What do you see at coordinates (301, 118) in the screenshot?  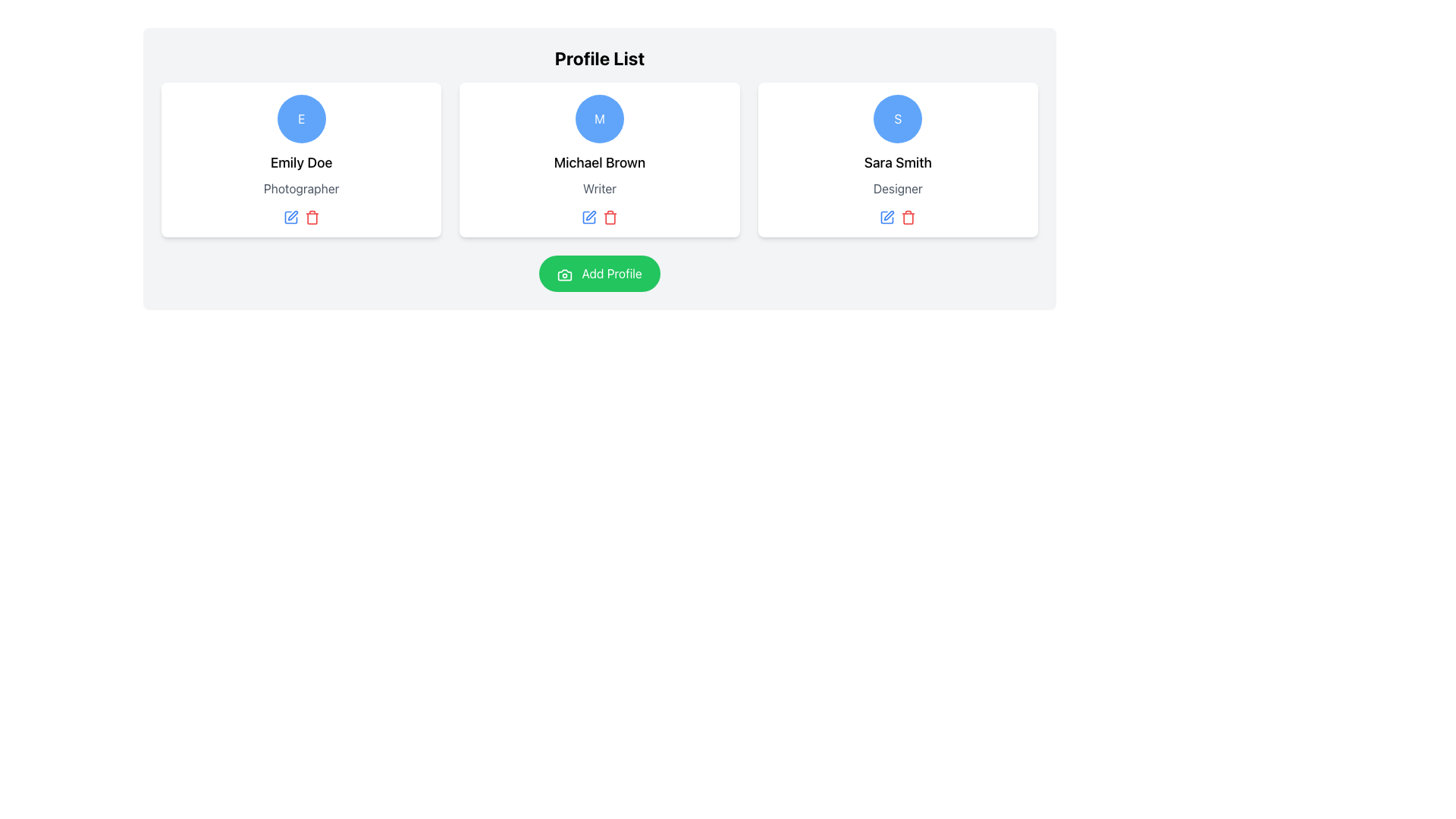 I see `the avatar representing user 'Emily Doe', which is located at the topmost position of the profile card and is the leftmost among three profile cards in a horizontal row` at bounding box center [301, 118].